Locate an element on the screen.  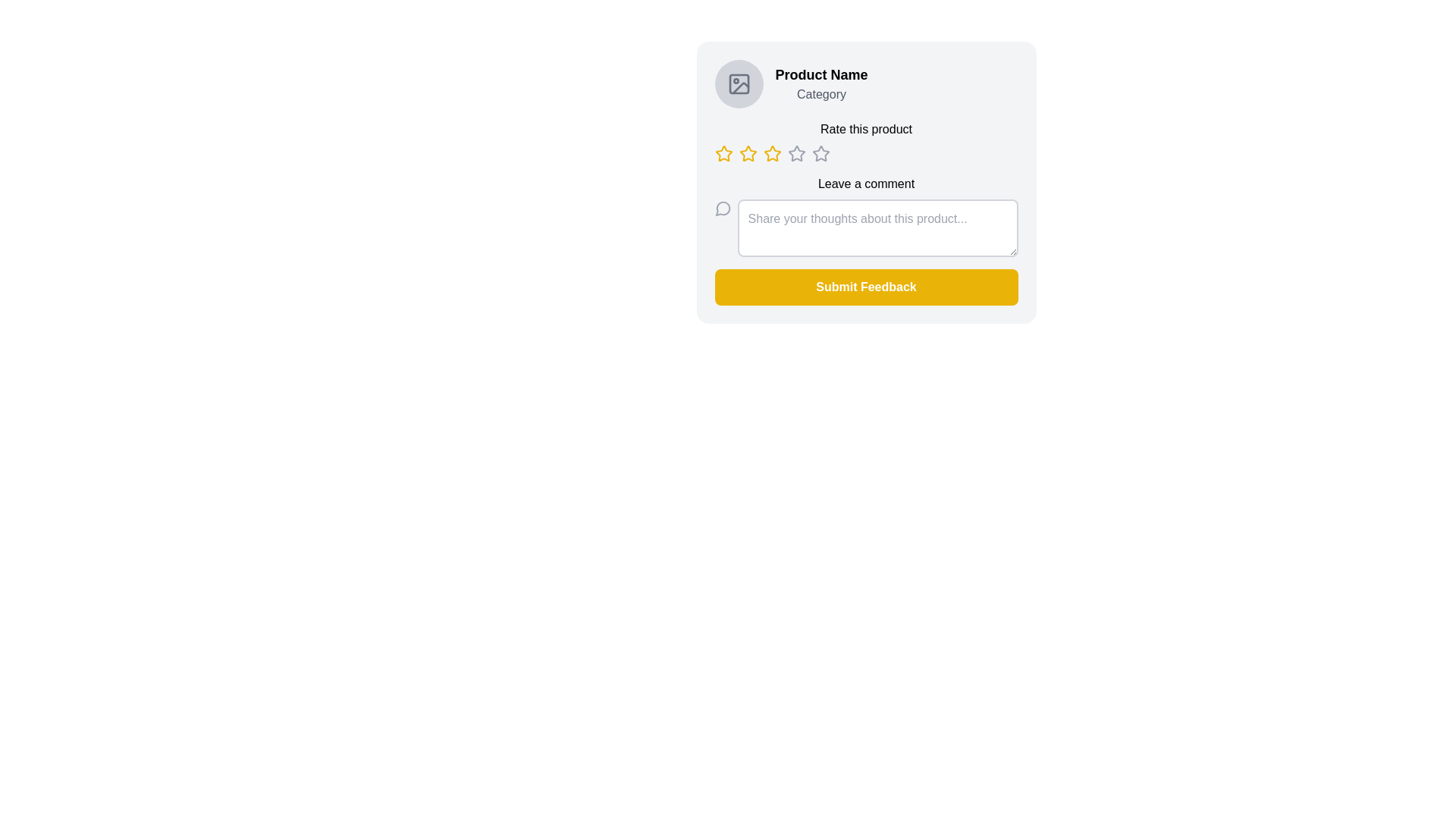
the header element displaying the product name and category to select the text is located at coordinates (866, 84).